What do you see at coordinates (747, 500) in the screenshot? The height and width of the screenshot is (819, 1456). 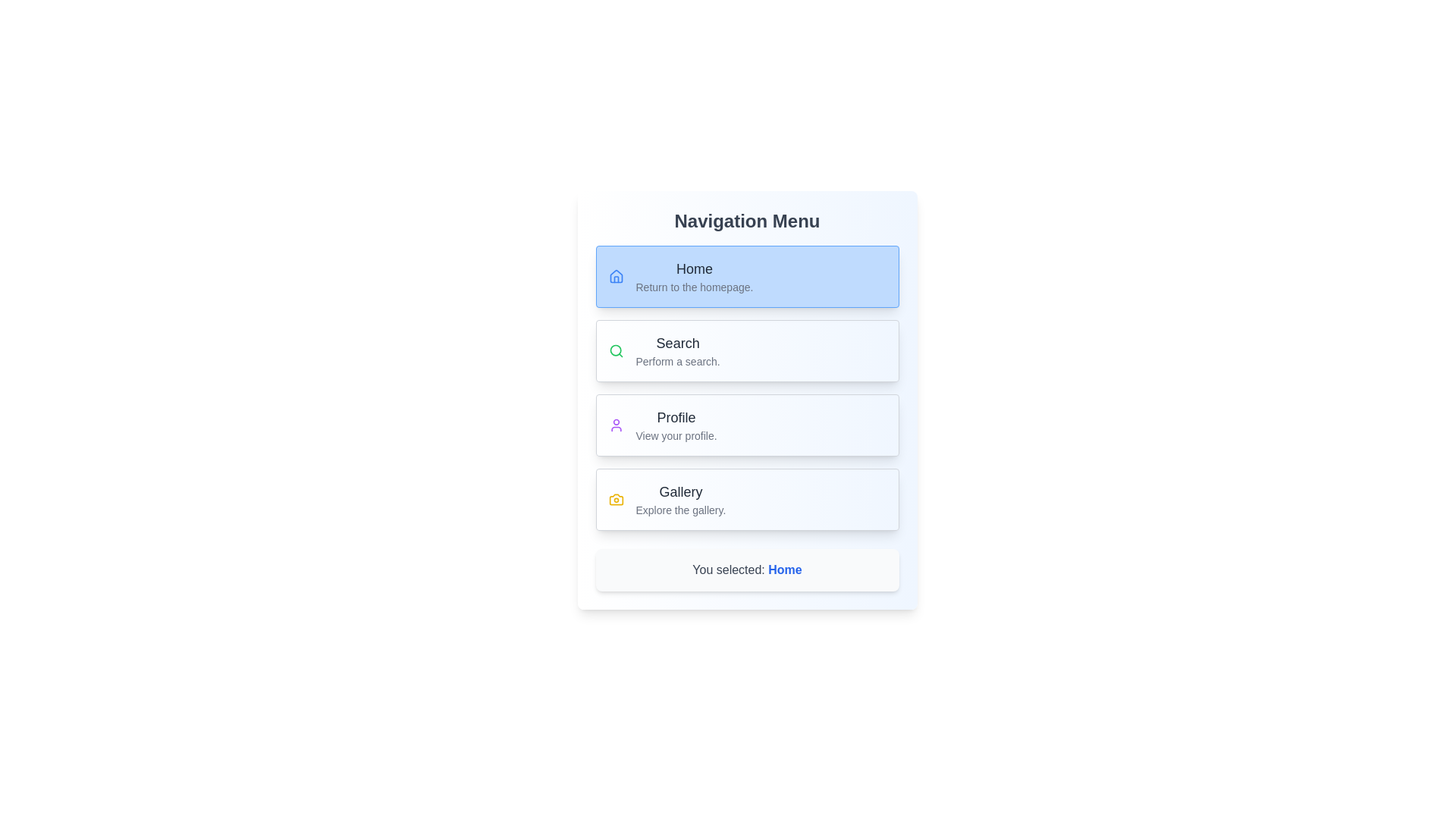 I see `the menu item labeled Gallery to view its hover effect` at bounding box center [747, 500].